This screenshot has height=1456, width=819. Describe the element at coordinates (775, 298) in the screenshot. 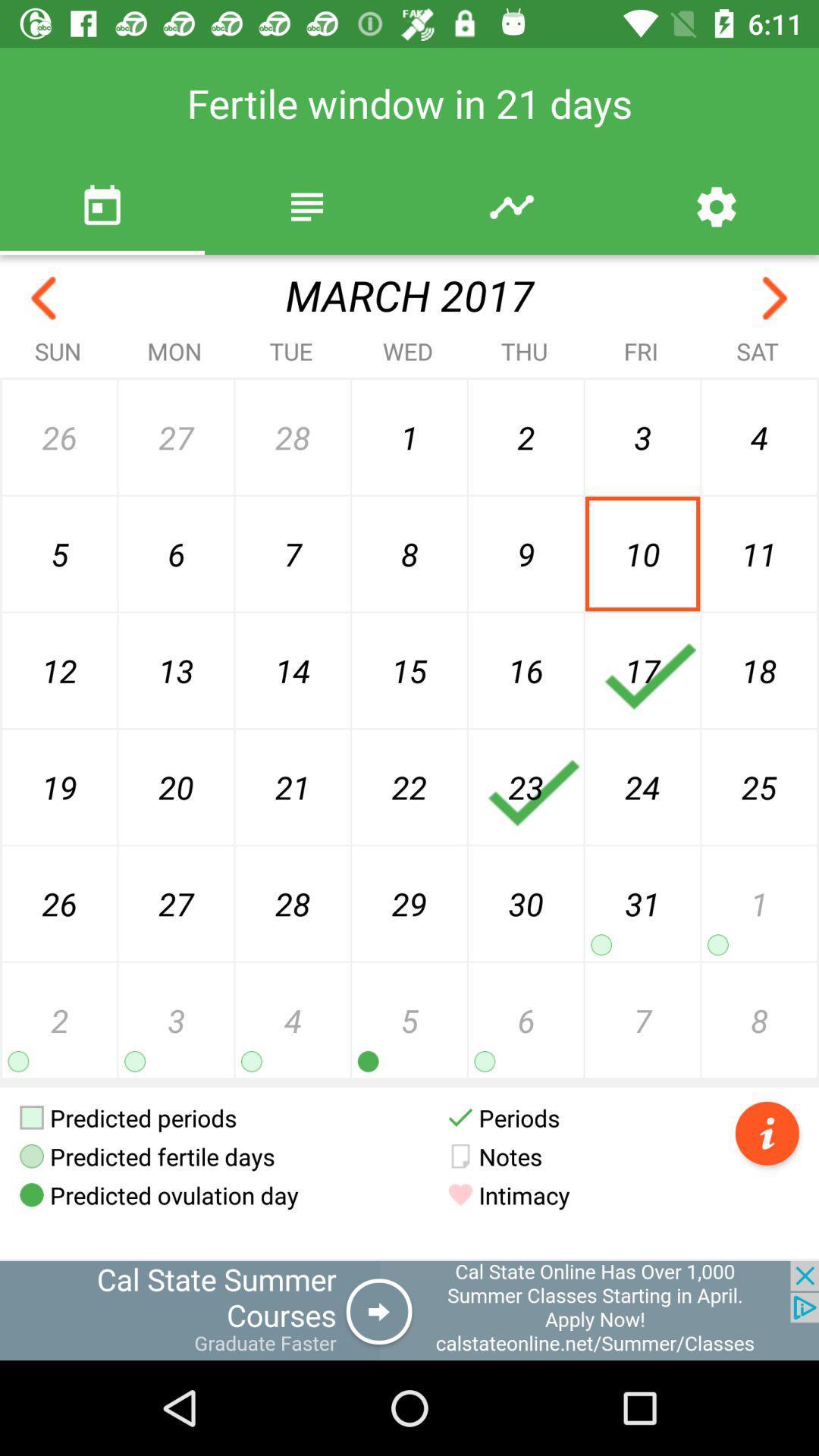

I see `previous` at that location.